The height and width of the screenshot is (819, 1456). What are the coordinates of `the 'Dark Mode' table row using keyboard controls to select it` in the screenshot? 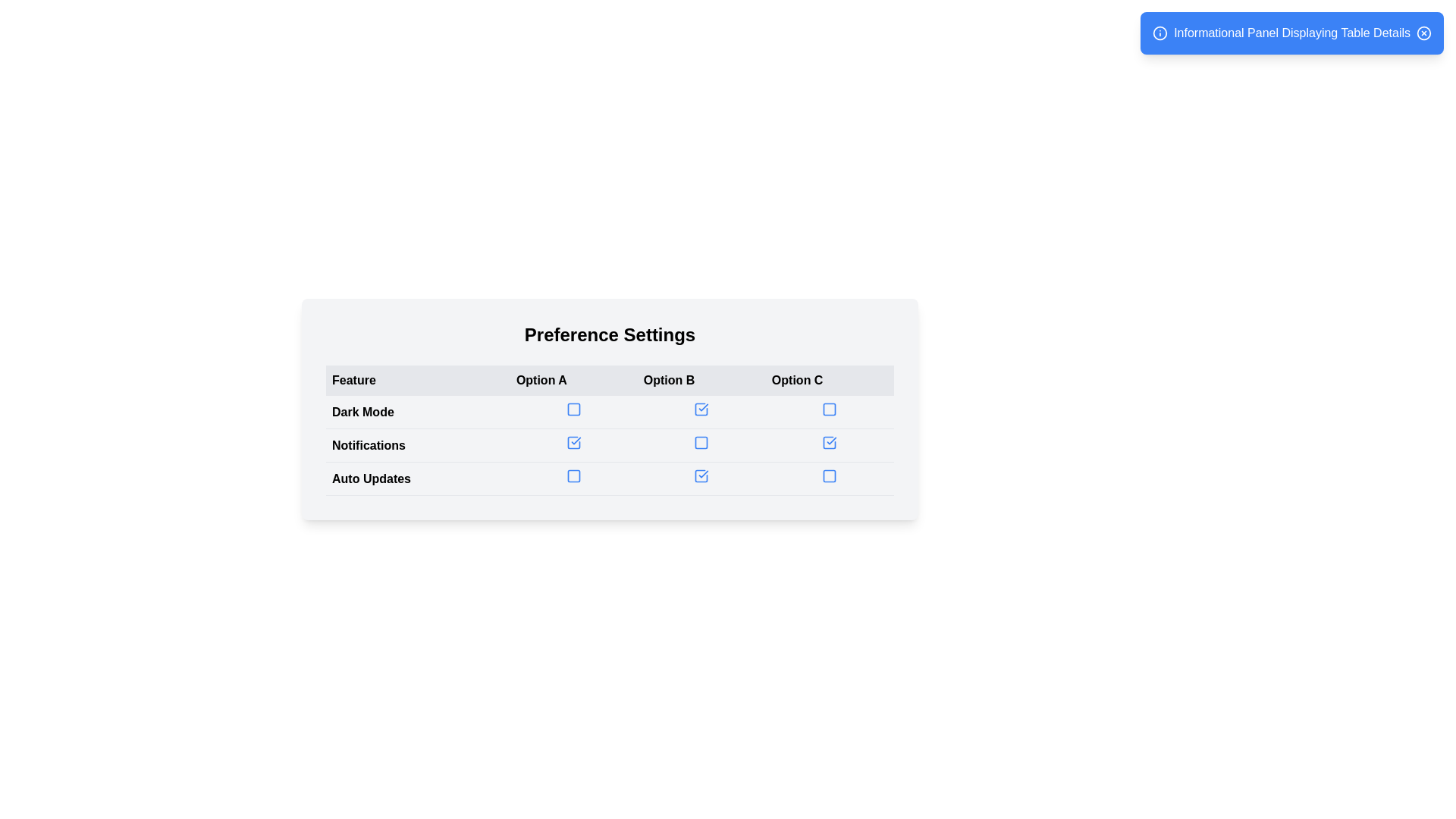 It's located at (610, 412).